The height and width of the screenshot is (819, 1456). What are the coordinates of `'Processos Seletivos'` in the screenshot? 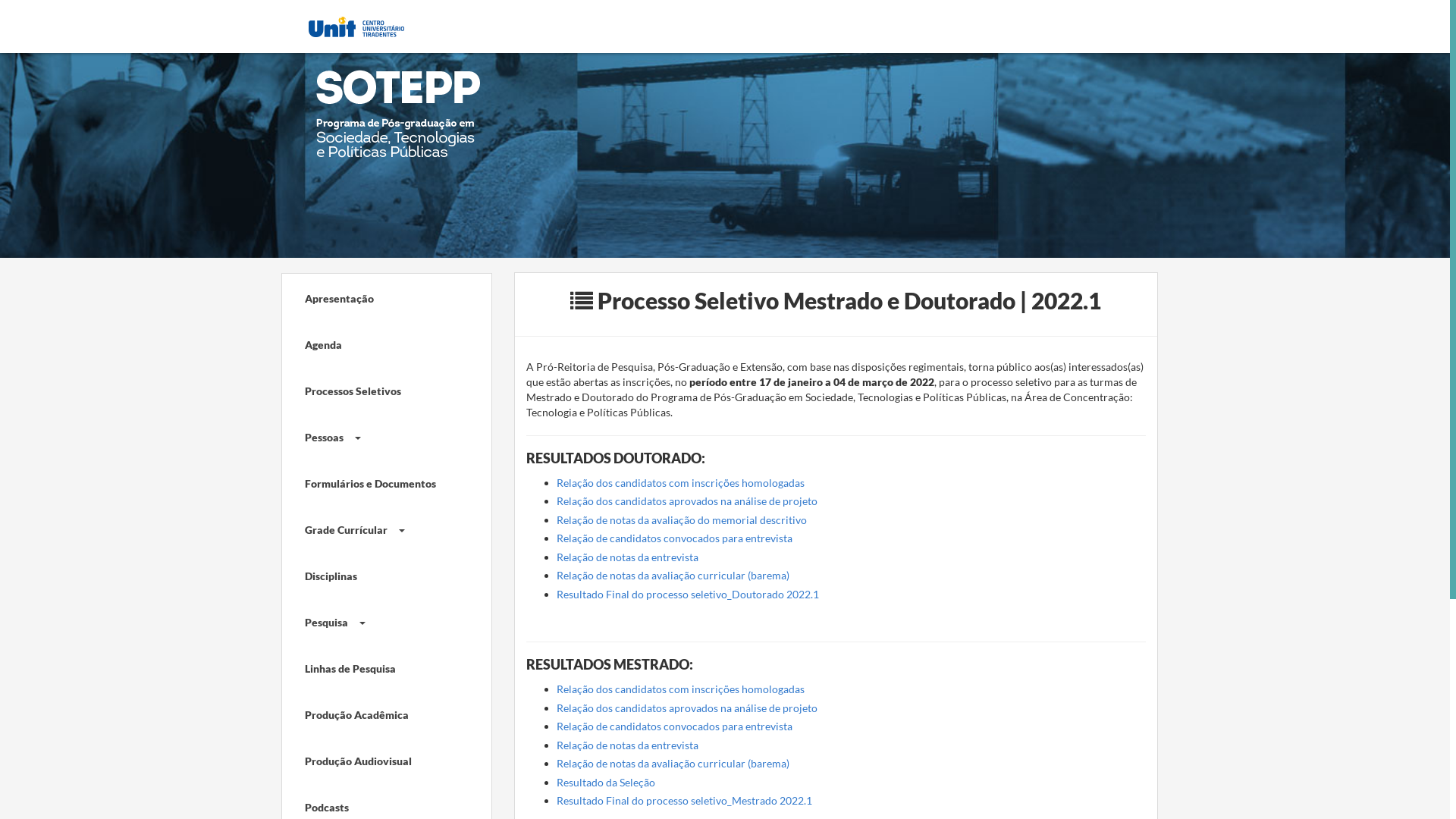 It's located at (374, 388).